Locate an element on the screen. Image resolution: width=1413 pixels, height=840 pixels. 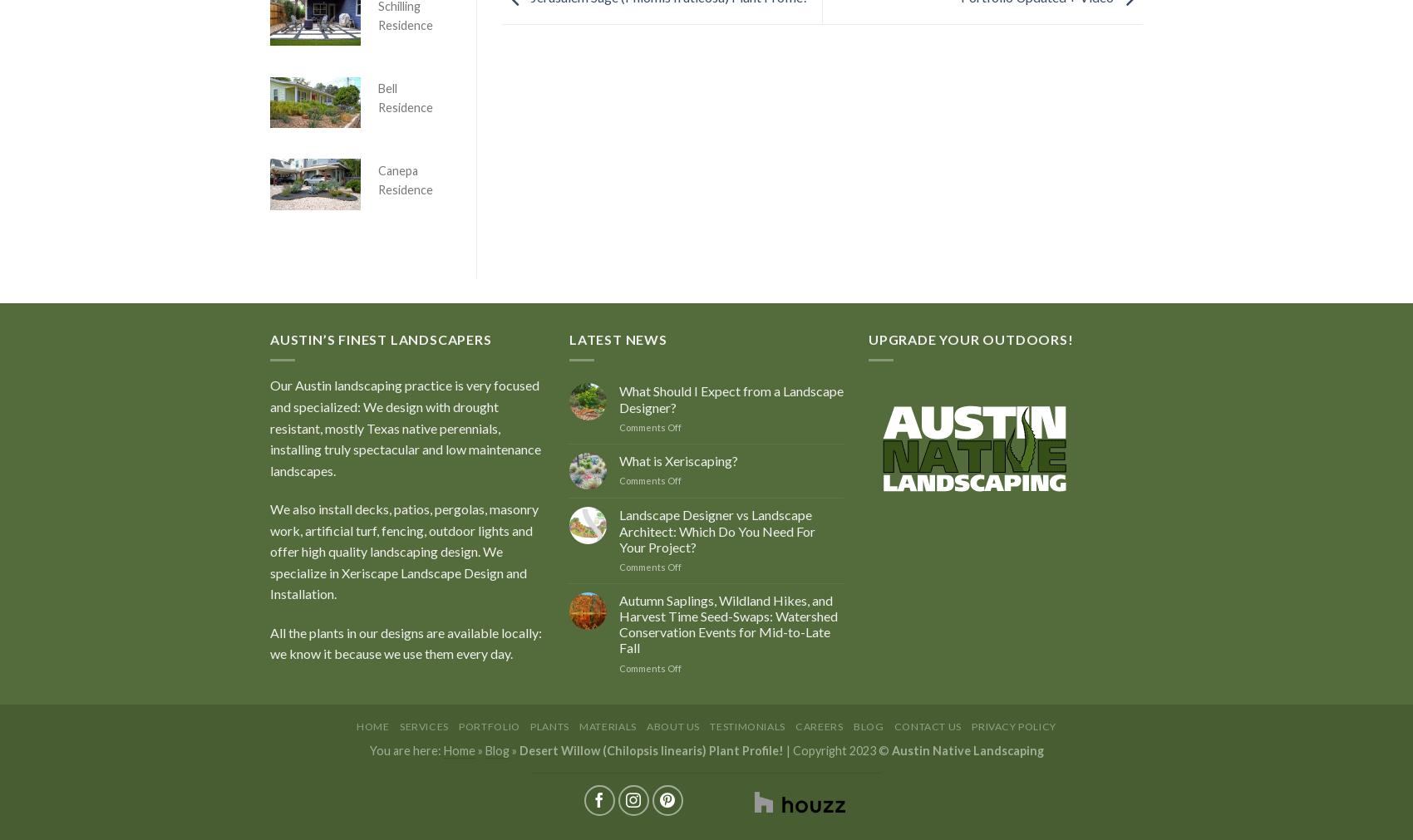
'| Copyright 2023 ©' is located at coordinates (836, 750).